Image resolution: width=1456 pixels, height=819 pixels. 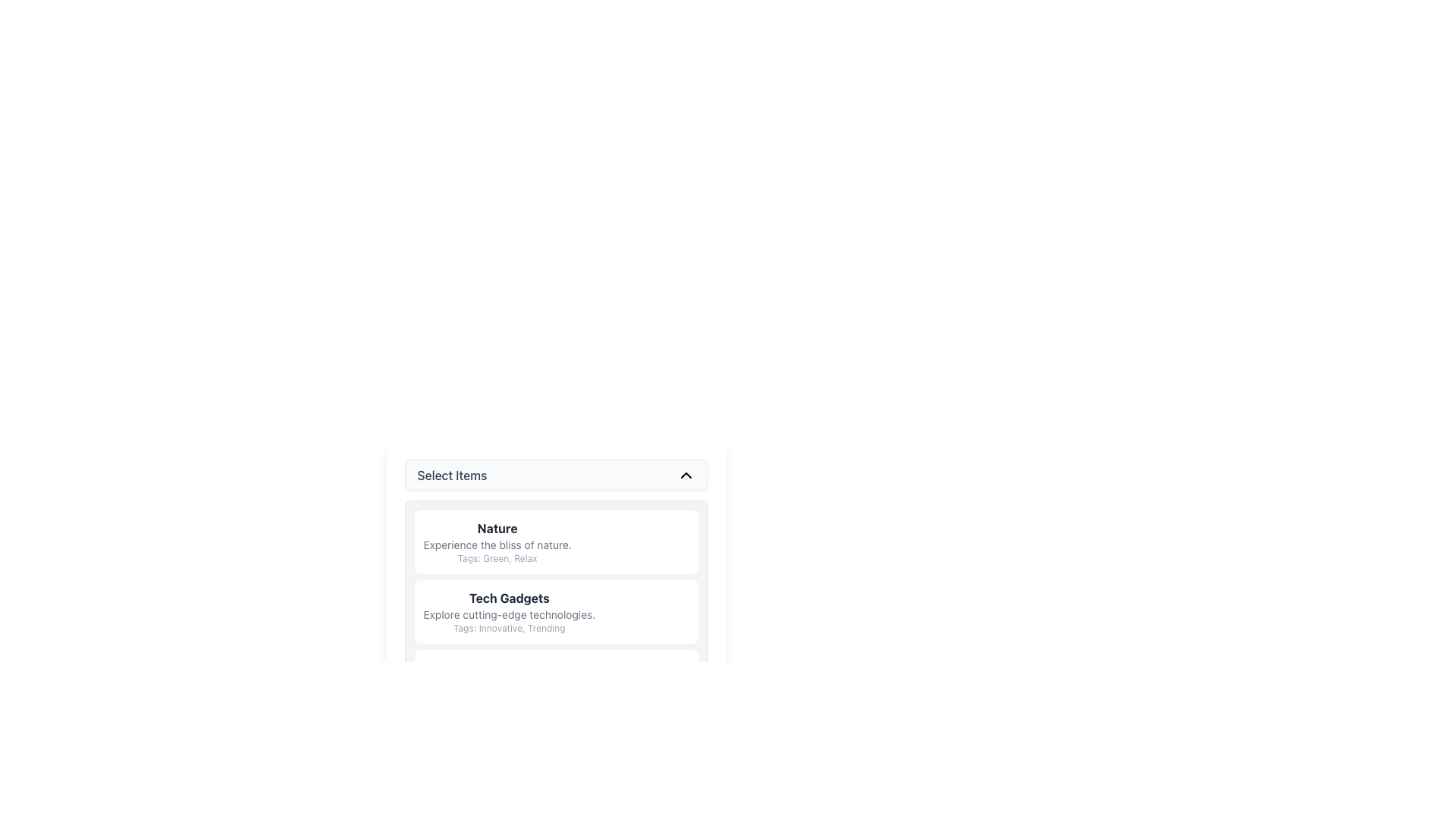 What do you see at coordinates (497, 541) in the screenshot?
I see `the first list item titled 'Nature'` at bounding box center [497, 541].